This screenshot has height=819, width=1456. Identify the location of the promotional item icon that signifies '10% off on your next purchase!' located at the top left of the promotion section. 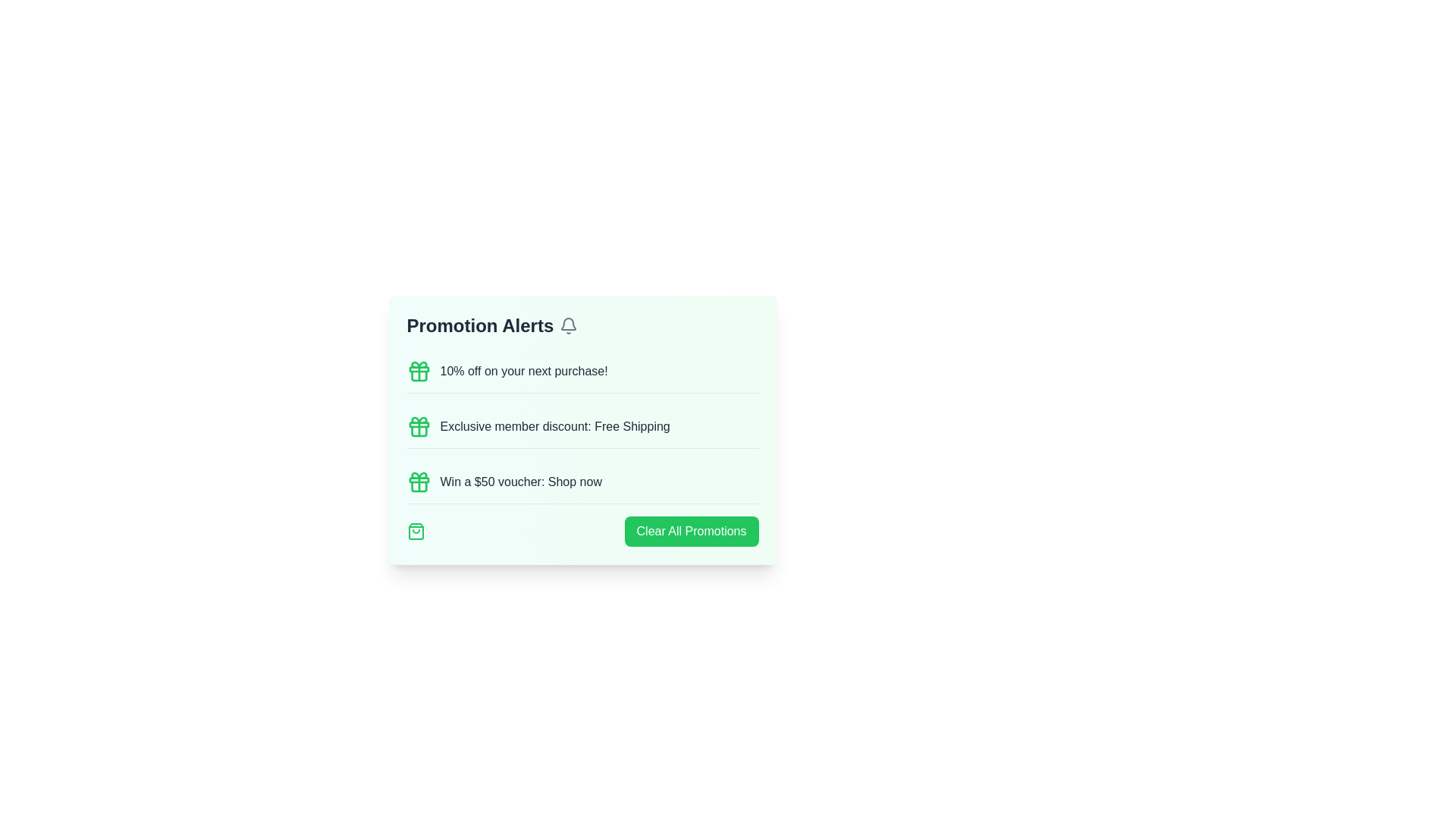
(419, 371).